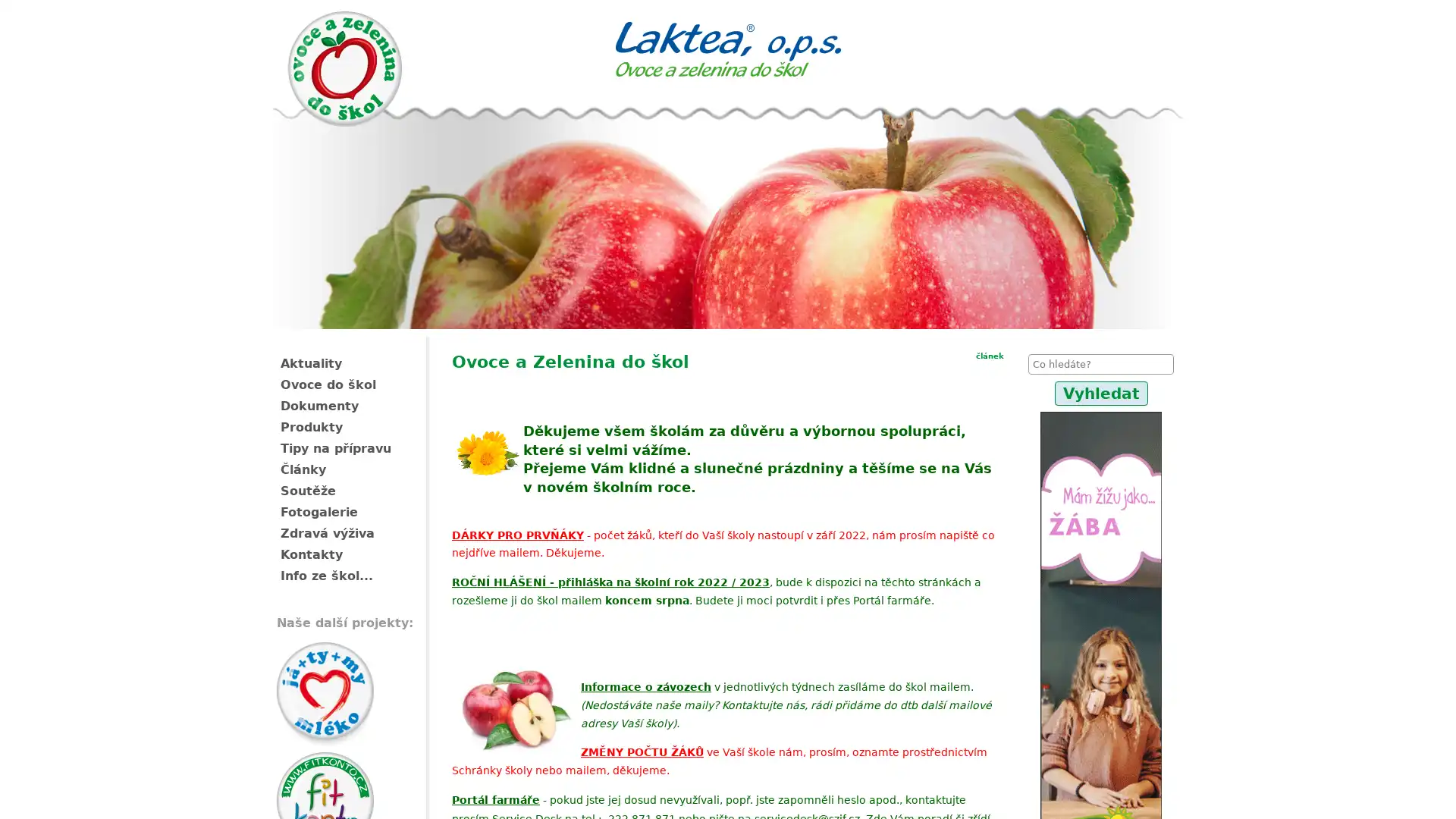 Image resolution: width=1456 pixels, height=819 pixels. Describe the element at coordinates (1100, 393) in the screenshot. I see `Vyhledat` at that location.